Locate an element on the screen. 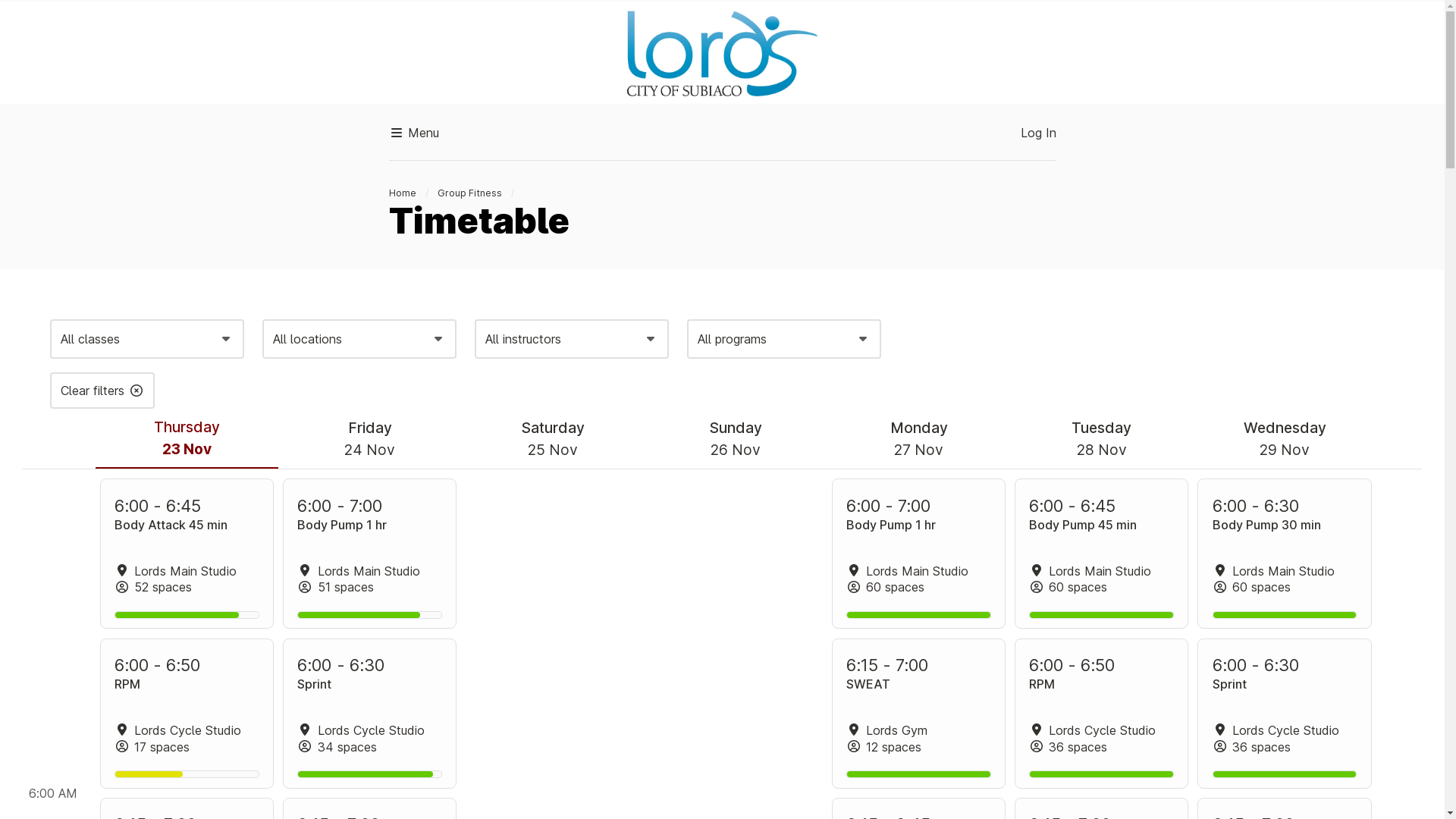  'All instructors' is located at coordinates (570, 338).